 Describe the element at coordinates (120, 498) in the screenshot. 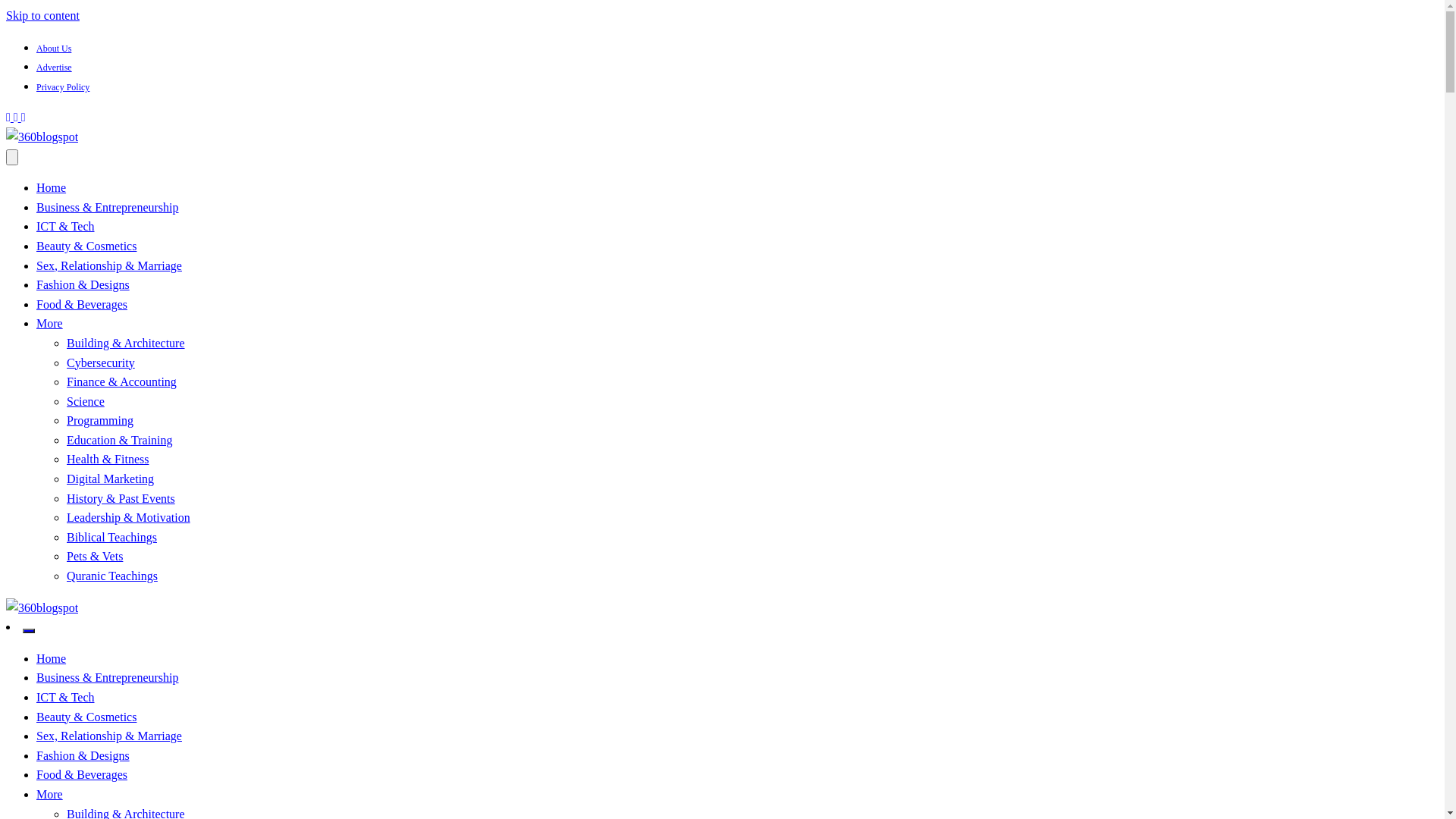

I see `'History & Past Events'` at that location.